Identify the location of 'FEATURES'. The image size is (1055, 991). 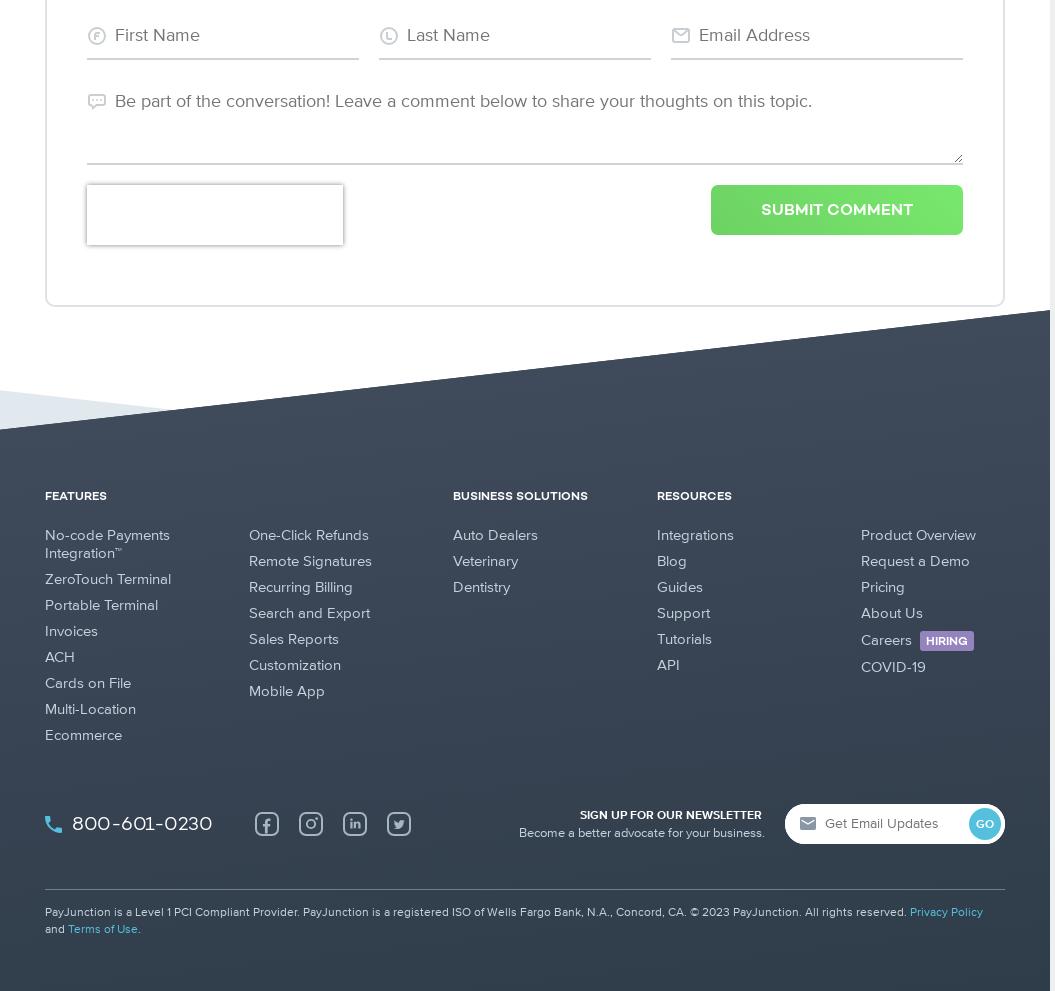
(74, 496).